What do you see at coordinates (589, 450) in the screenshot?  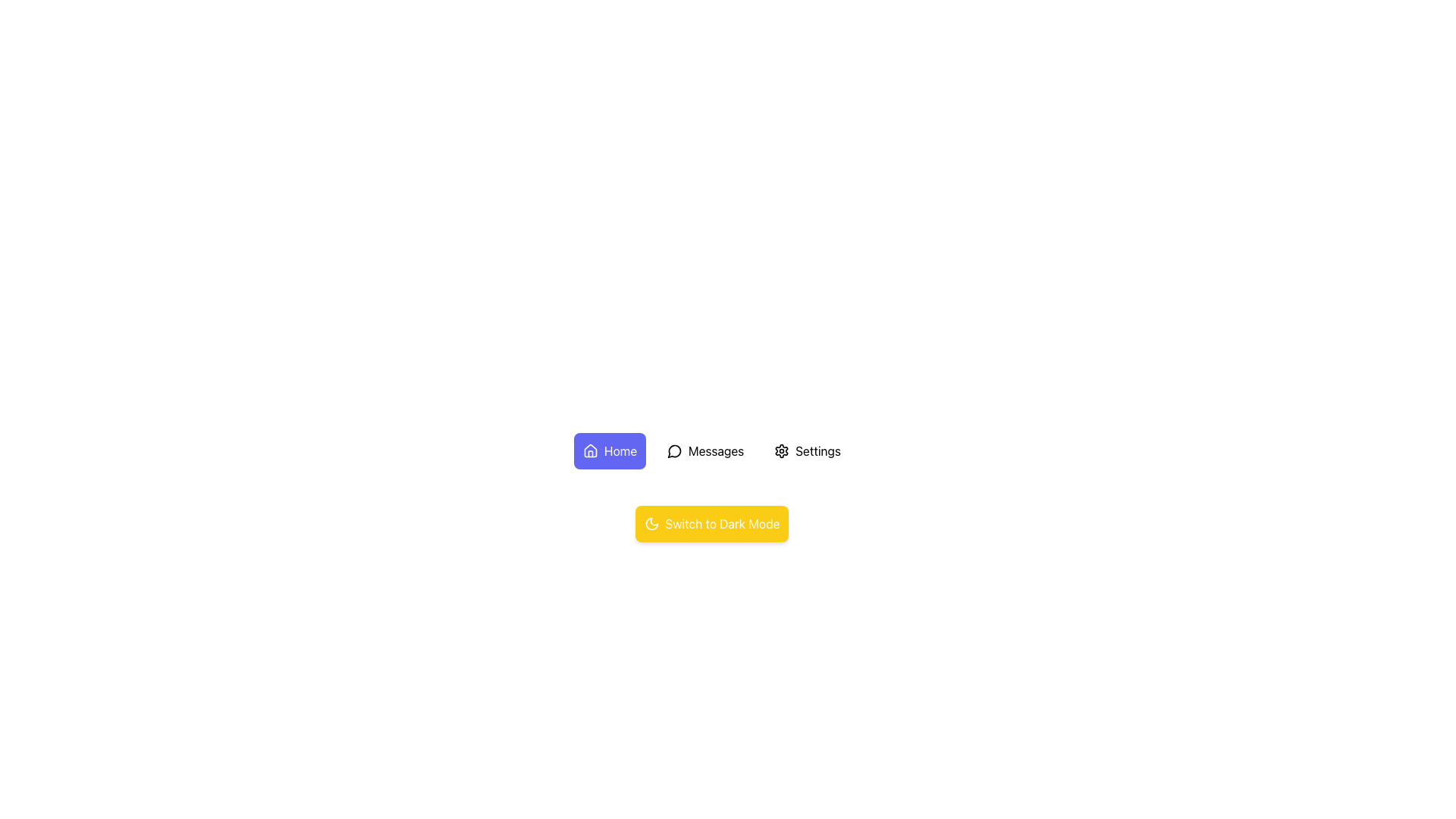 I see `the house icon which is outlined in white on a purple background, located to the left of the 'Home' label` at bounding box center [589, 450].